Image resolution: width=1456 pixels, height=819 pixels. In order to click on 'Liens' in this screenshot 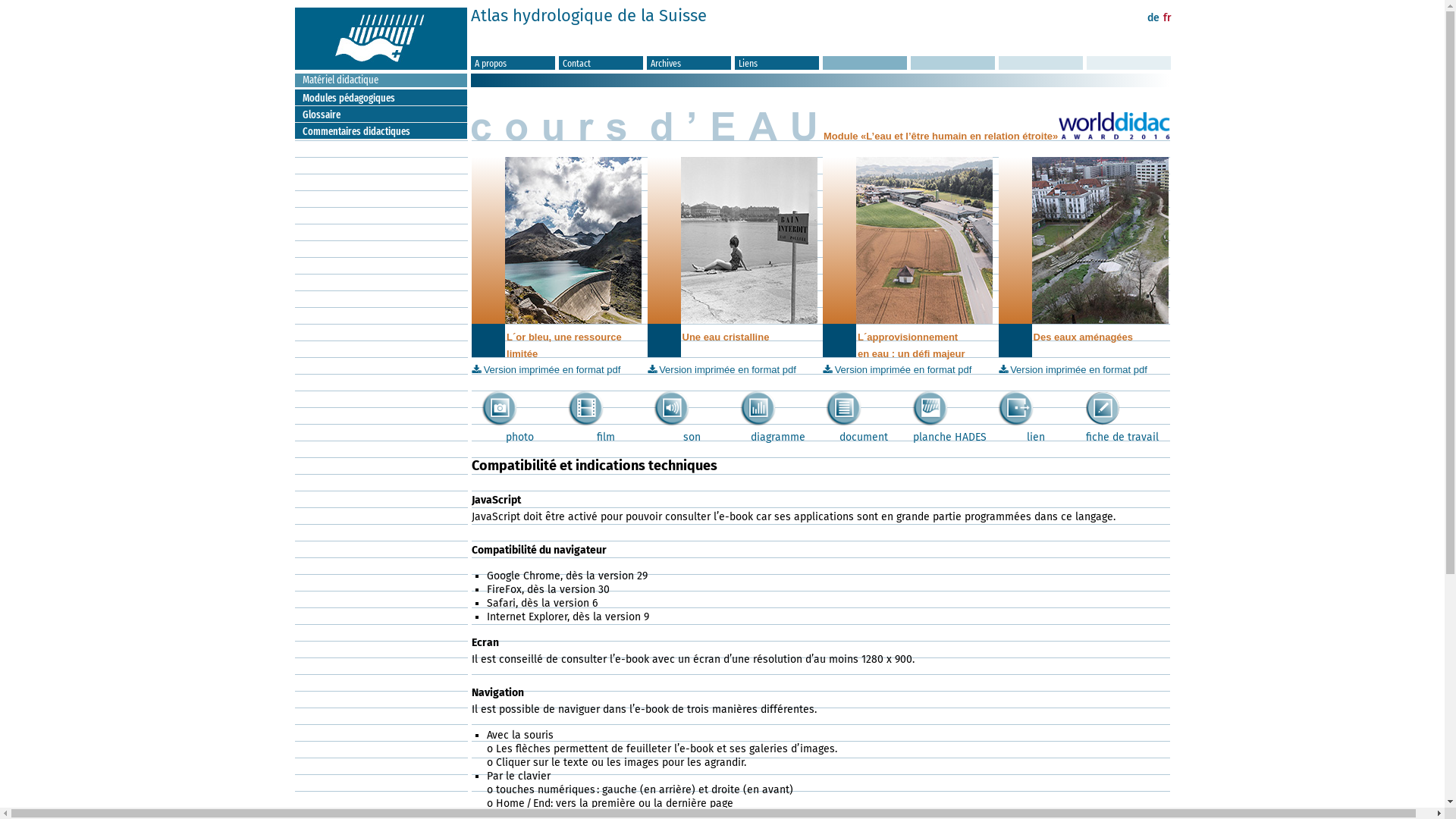, I will do `click(777, 62)`.